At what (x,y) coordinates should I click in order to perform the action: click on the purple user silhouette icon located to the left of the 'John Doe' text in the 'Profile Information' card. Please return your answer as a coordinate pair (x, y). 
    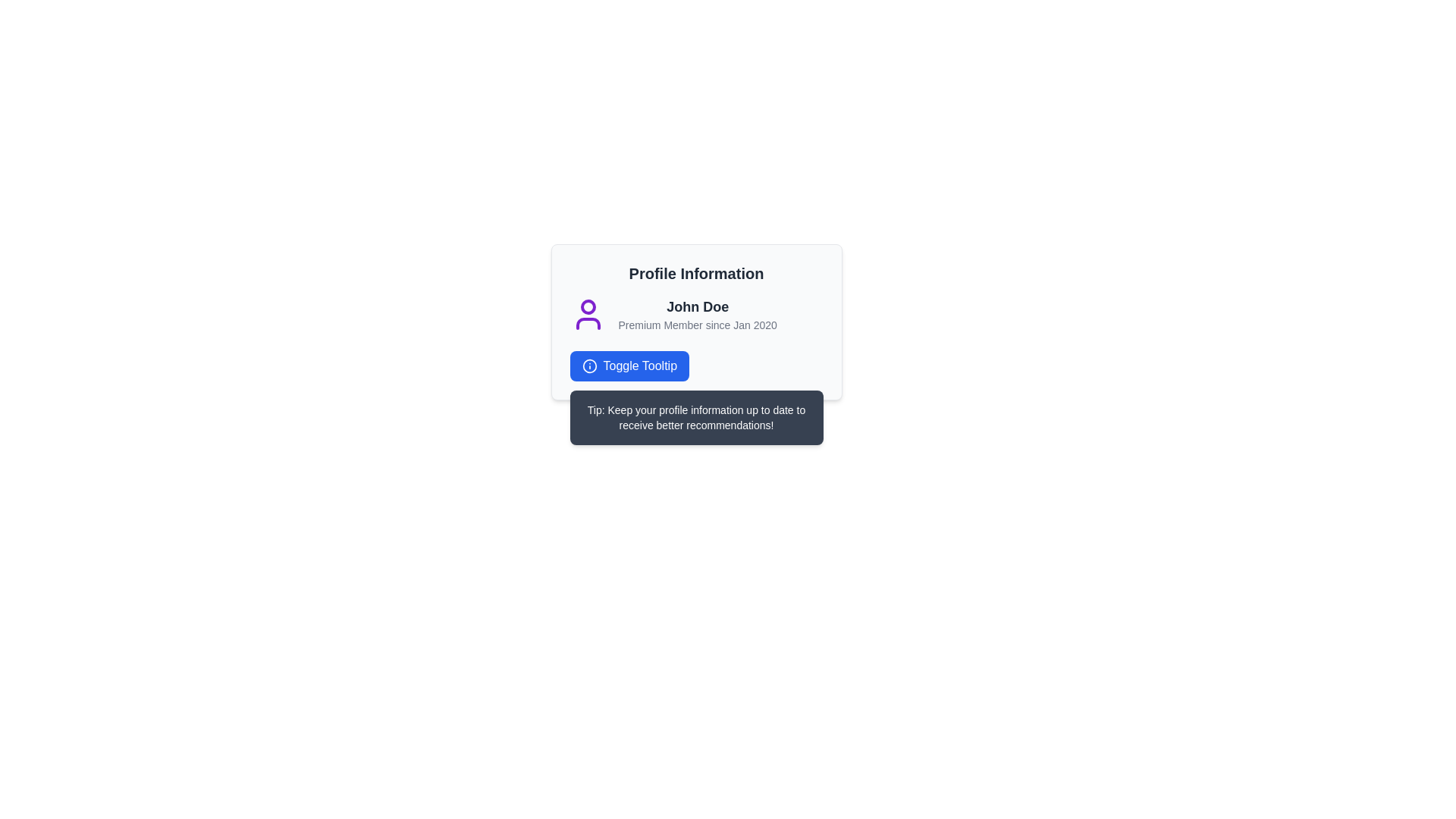
    Looking at the image, I should click on (587, 314).